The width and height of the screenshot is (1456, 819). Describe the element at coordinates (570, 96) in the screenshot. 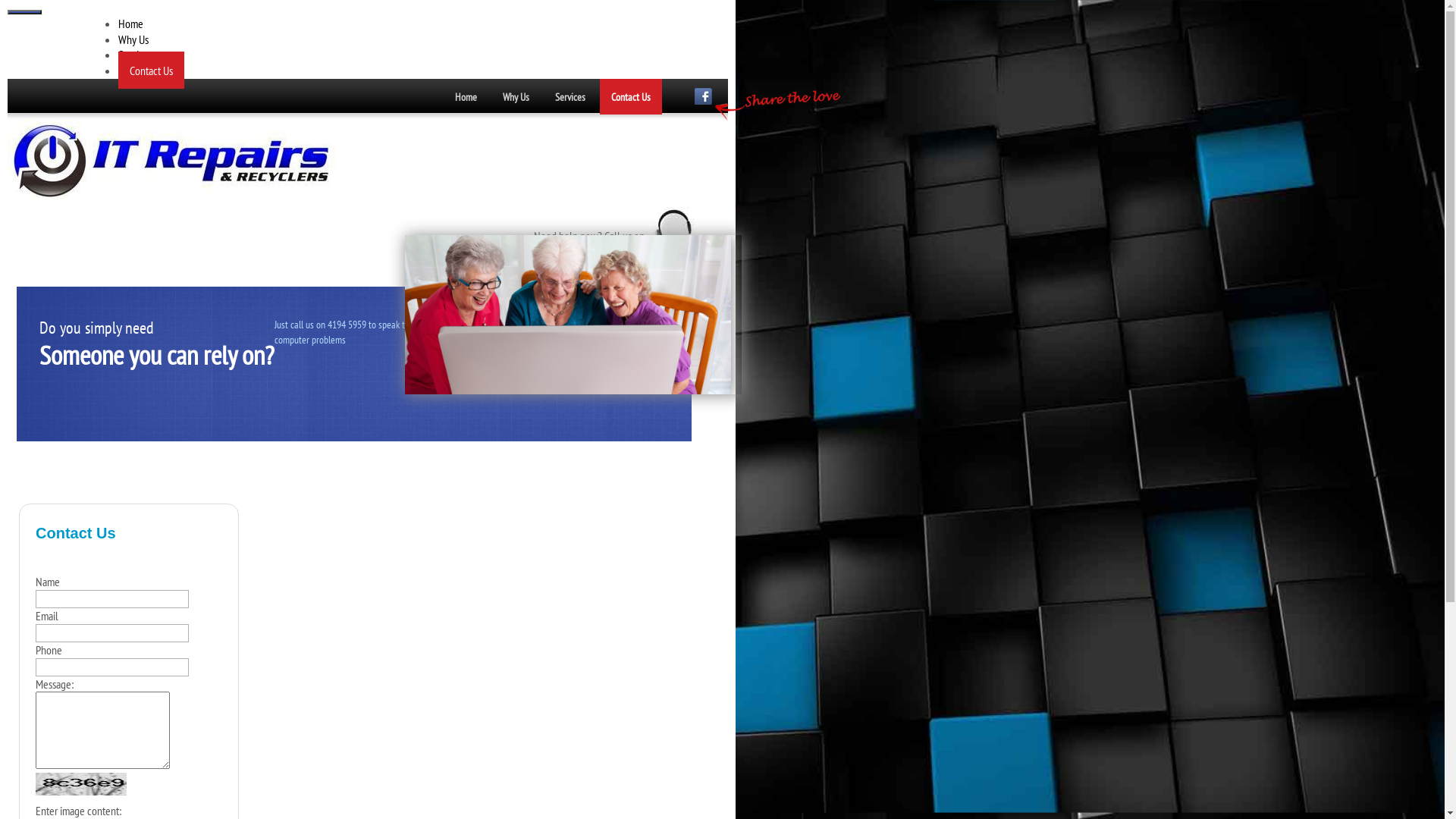

I see `'Services'` at that location.